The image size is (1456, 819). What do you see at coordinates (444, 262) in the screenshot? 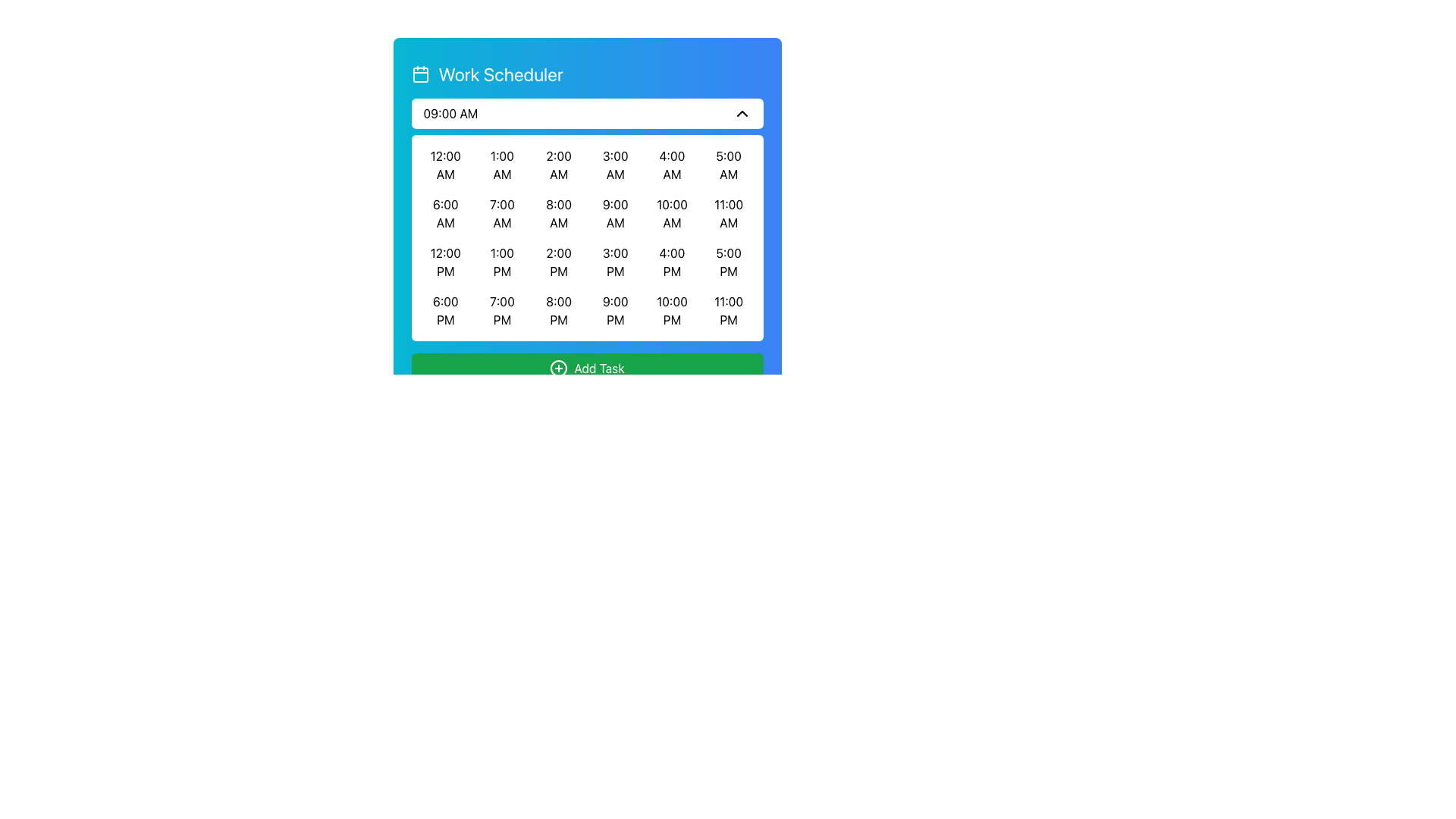
I see `the button displaying '12:00 PM'` at bounding box center [444, 262].